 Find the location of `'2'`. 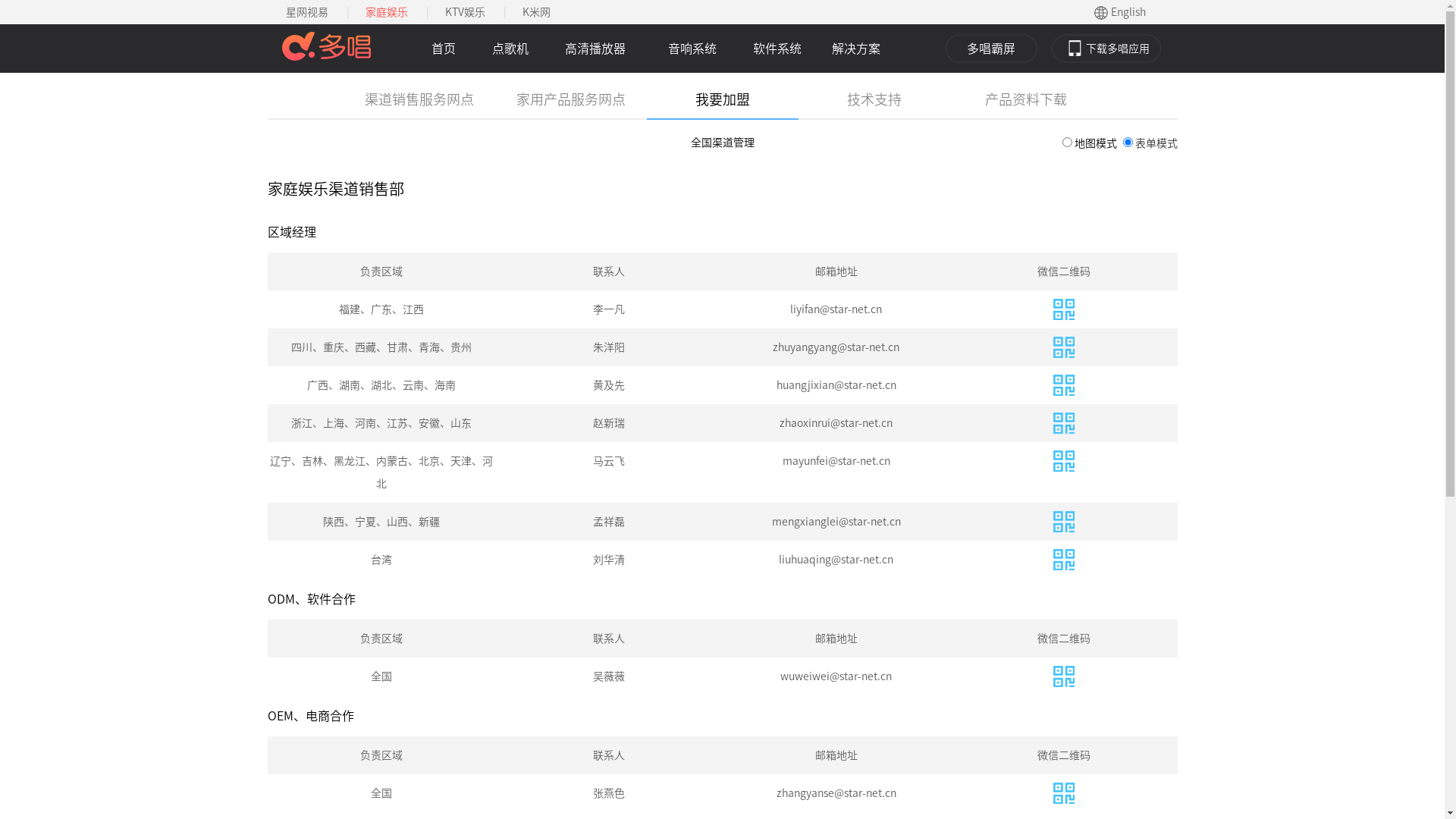

'2' is located at coordinates (1127, 142).